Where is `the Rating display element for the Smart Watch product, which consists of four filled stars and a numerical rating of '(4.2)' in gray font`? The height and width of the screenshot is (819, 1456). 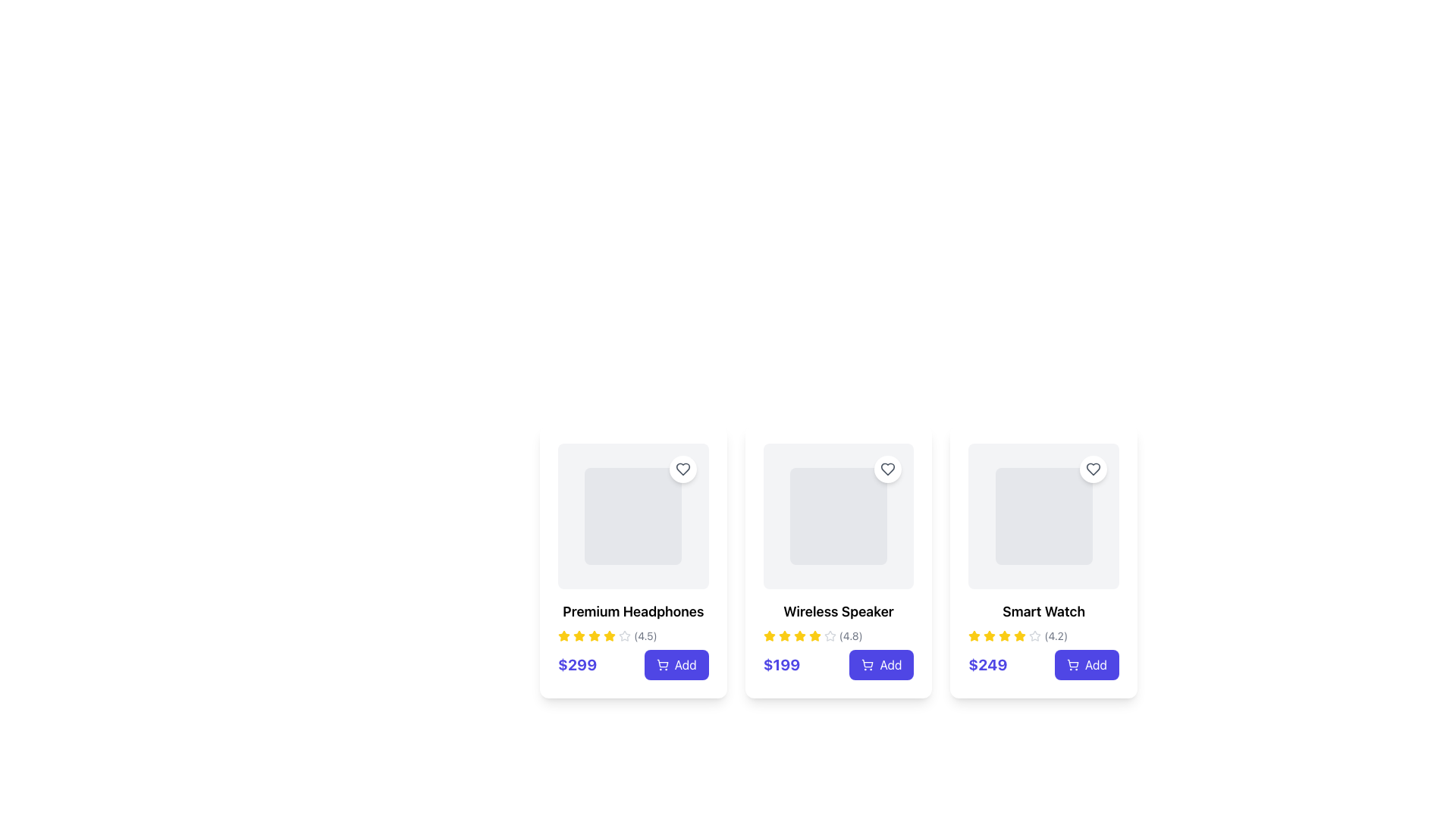 the Rating display element for the Smart Watch product, which consists of four filled stars and a numerical rating of '(4.2)' in gray font is located at coordinates (1043, 636).